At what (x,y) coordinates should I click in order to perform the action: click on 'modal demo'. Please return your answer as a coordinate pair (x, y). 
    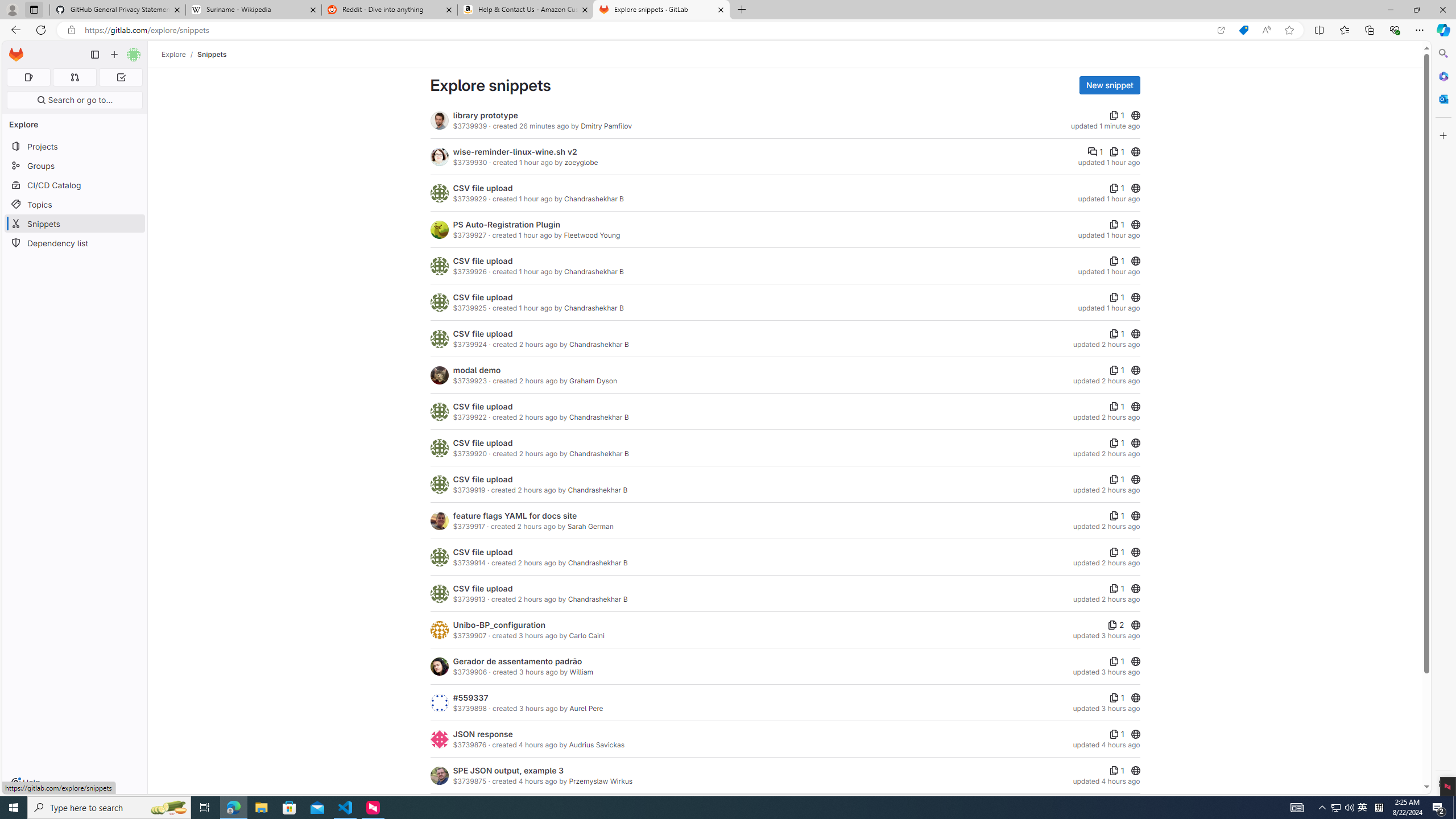
    Looking at the image, I should click on (476, 370).